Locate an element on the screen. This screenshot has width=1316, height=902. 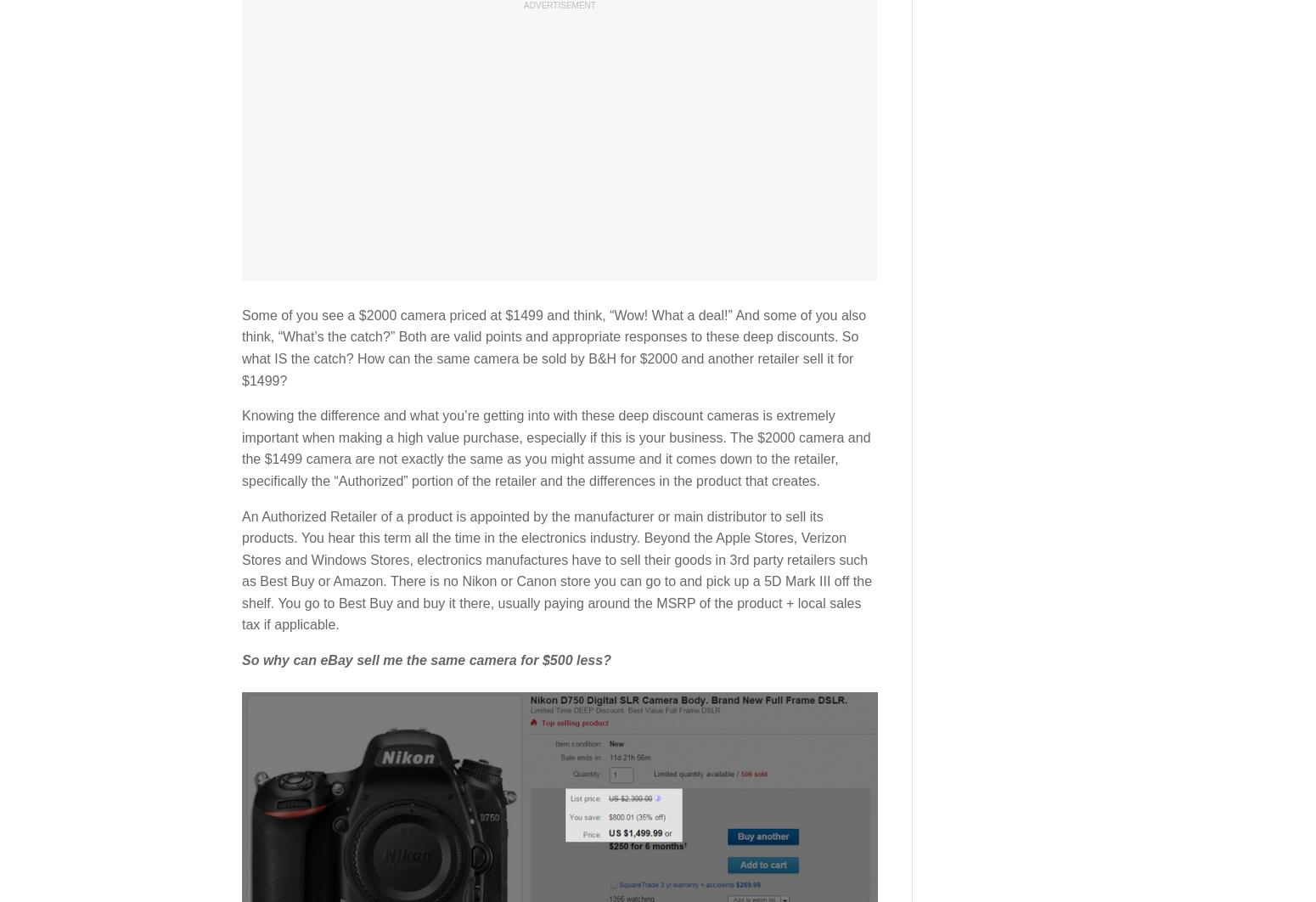
'That's unfortunate. Well I guess my suggestion really varies regionally.' is located at coordinates (472, 797).